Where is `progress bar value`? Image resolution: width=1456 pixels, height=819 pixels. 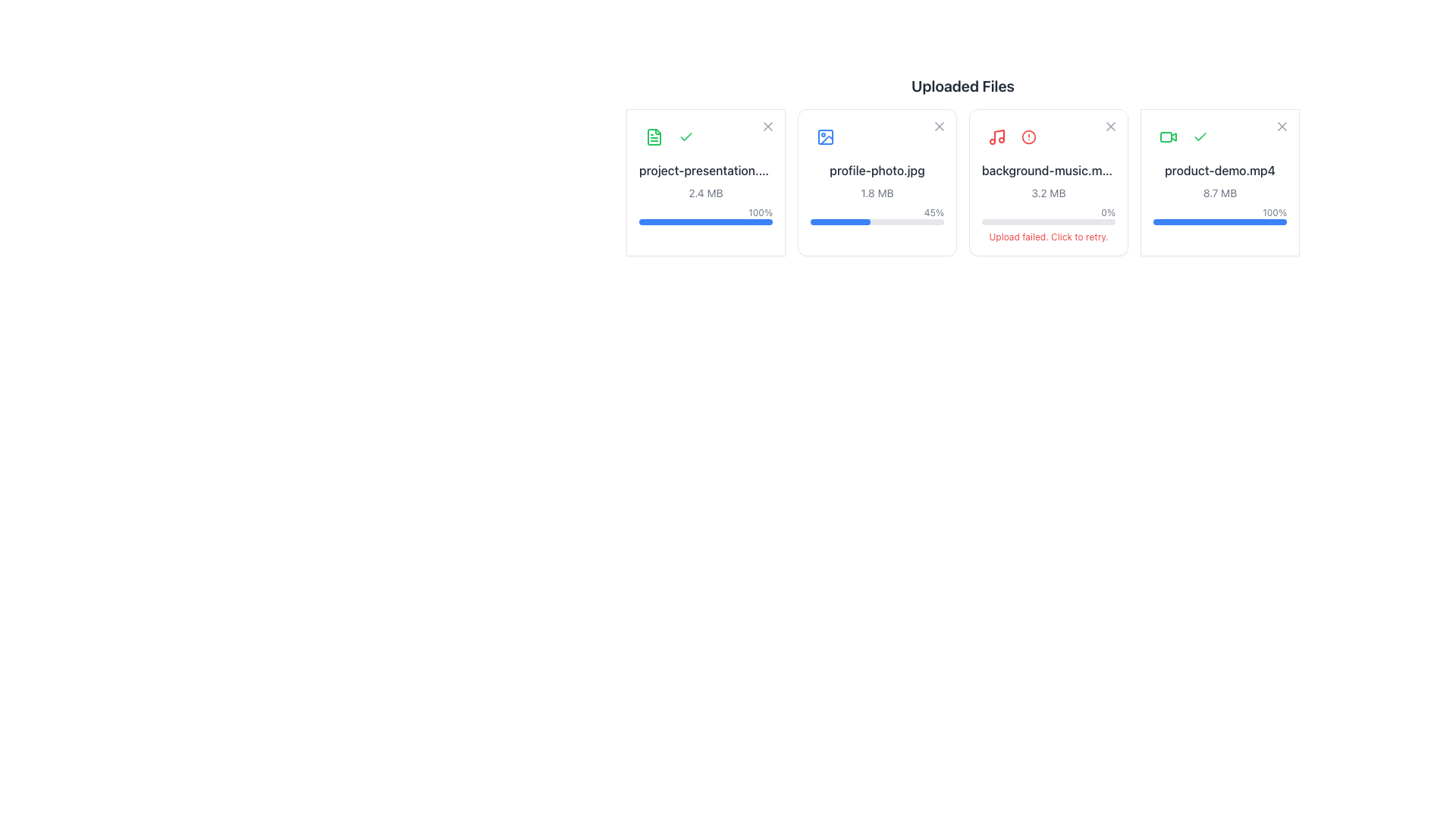 progress bar value is located at coordinates (921, 222).